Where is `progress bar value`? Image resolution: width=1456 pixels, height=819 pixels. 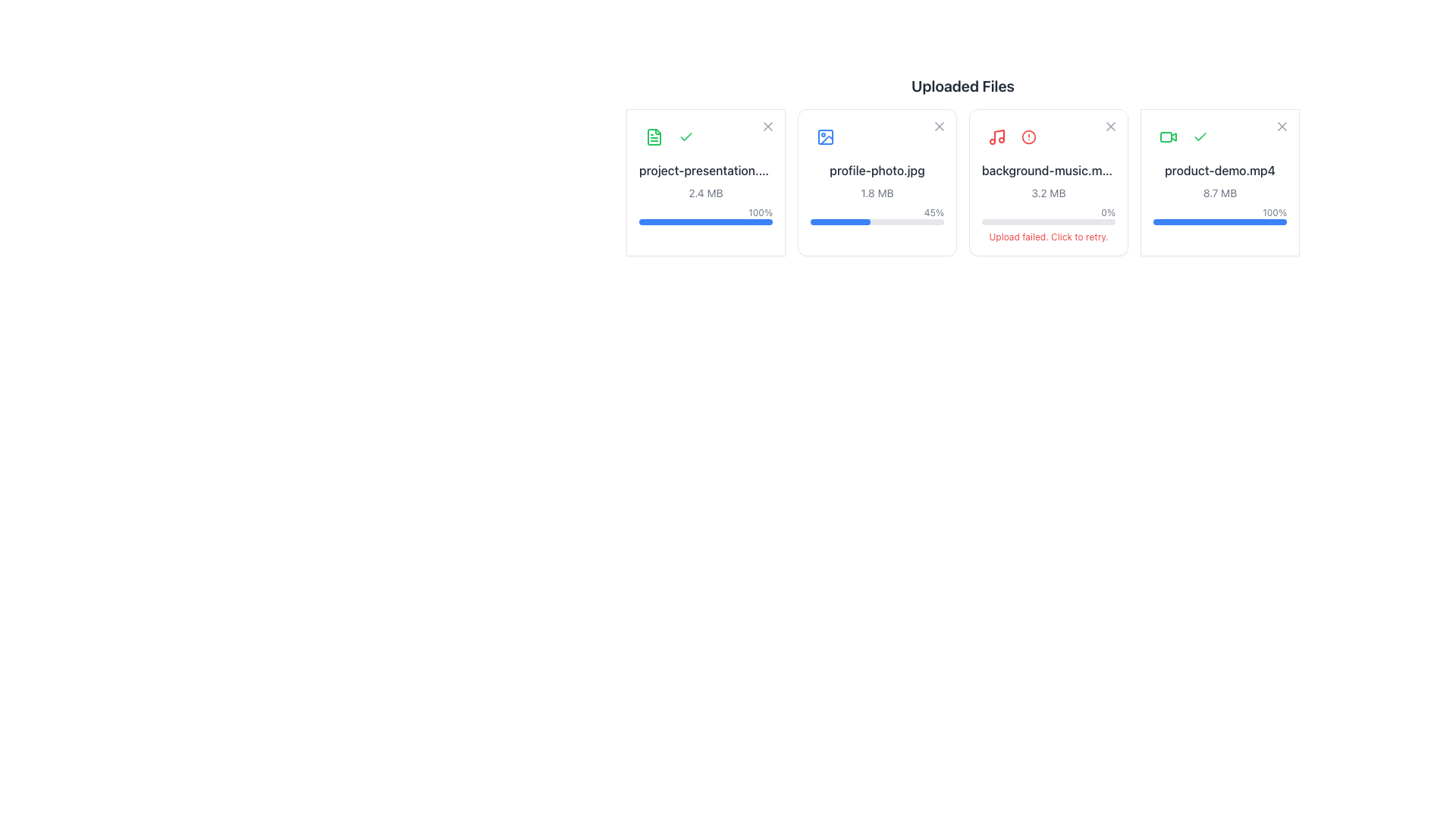 progress bar value is located at coordinates (921, 222).